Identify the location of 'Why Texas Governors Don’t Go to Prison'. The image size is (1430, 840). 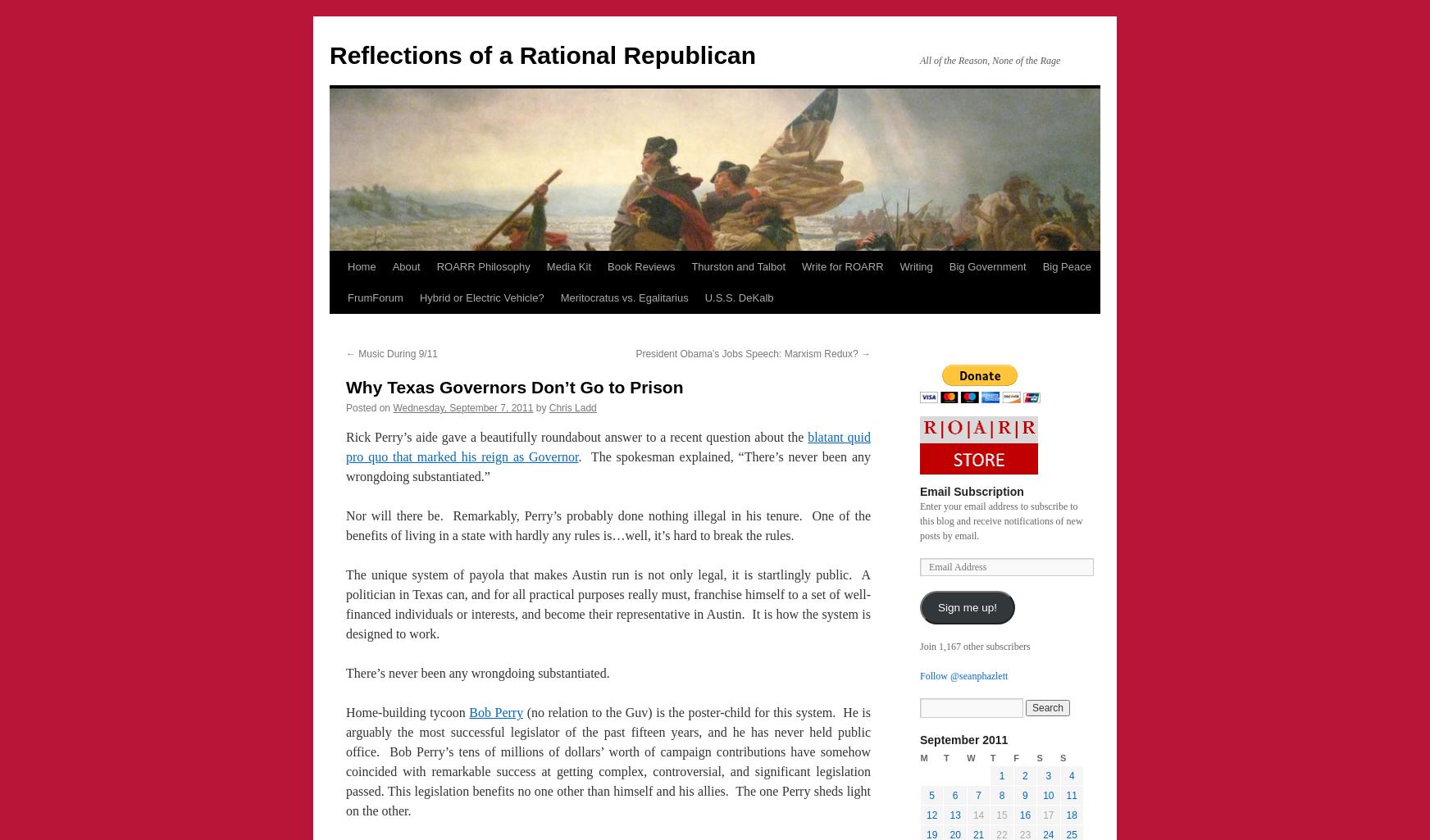
(514, 387).